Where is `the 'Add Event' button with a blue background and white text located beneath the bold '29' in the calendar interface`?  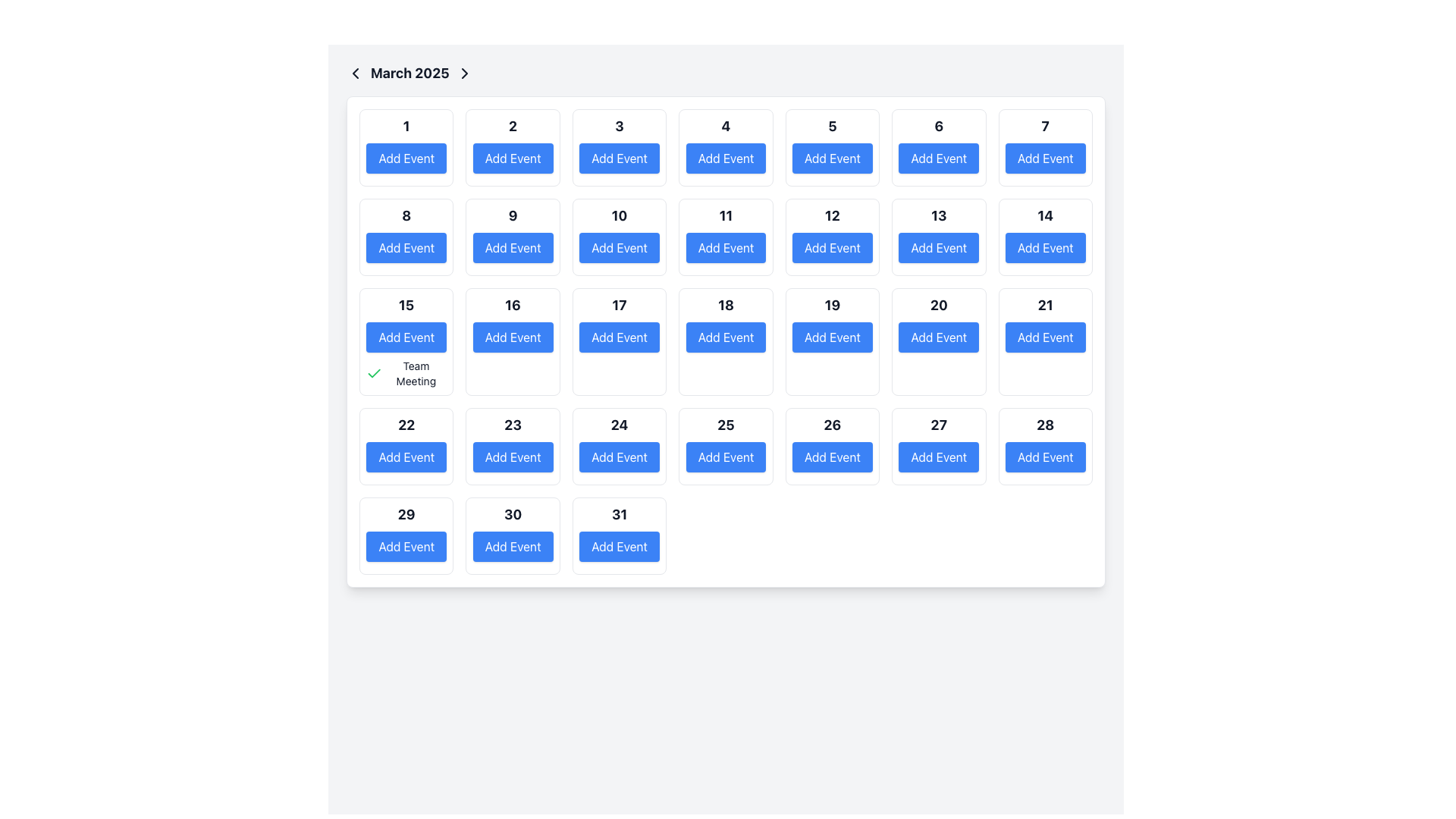
the 'Add Event' button with a blue background and white text located beneath the bold '29' in the calendar interface is located at coordinates (406, 547).